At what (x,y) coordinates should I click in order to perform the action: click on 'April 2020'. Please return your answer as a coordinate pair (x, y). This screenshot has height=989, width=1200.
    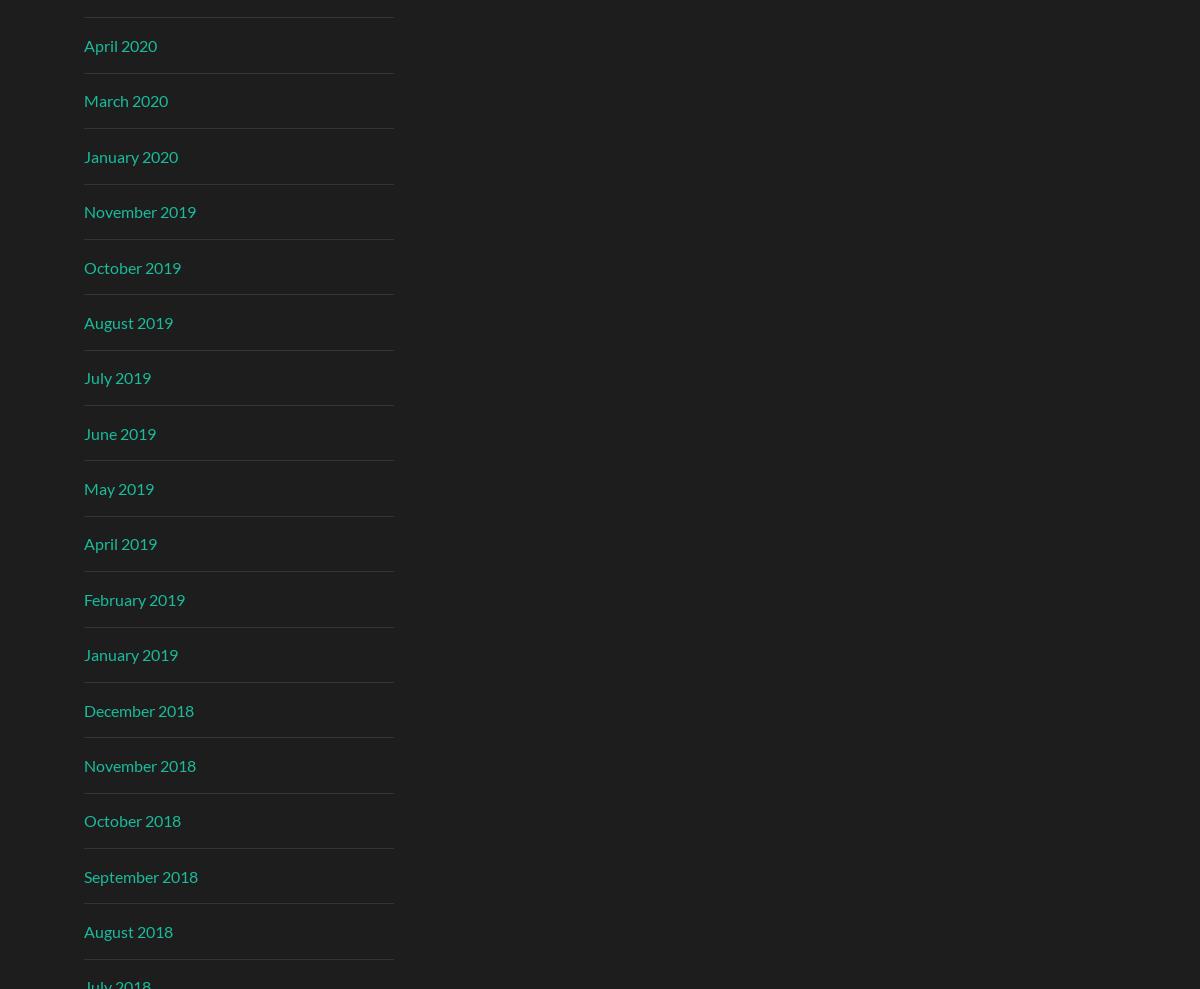
    Looking at the image, I should click on (84, 44).